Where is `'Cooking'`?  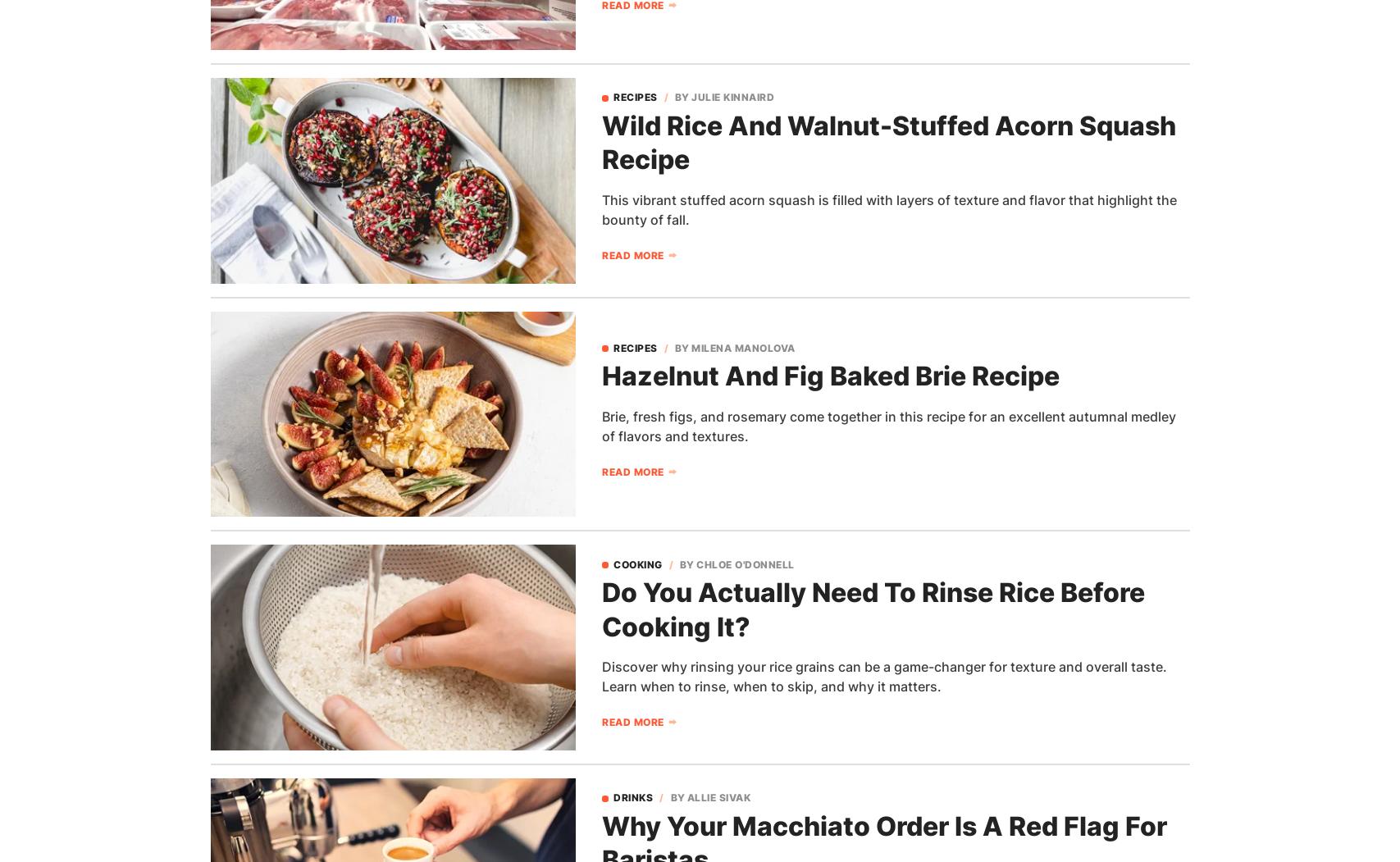
'Cooking' is located at coordinates (637, 563).